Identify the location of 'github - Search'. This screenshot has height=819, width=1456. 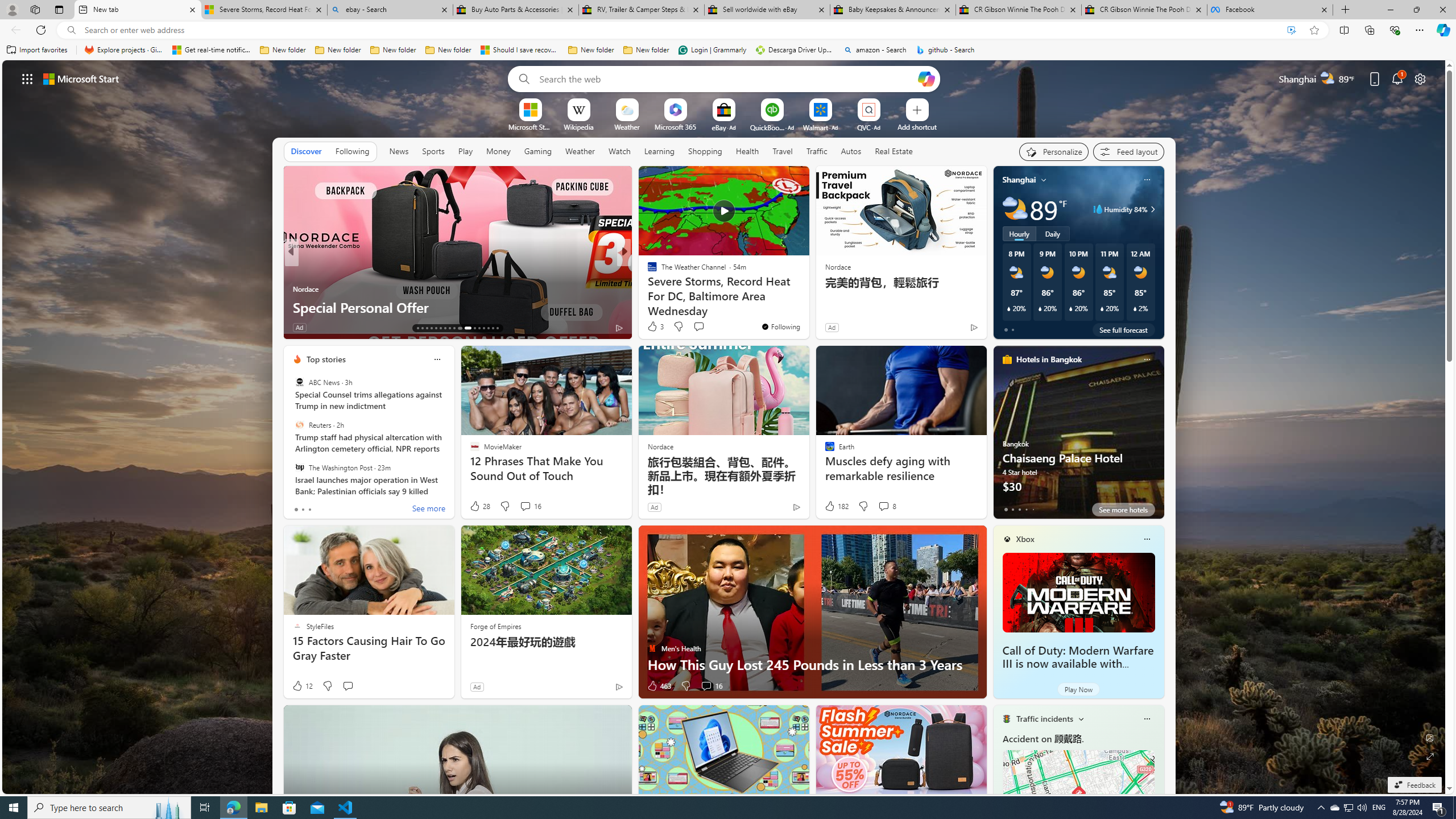
(945, 49).